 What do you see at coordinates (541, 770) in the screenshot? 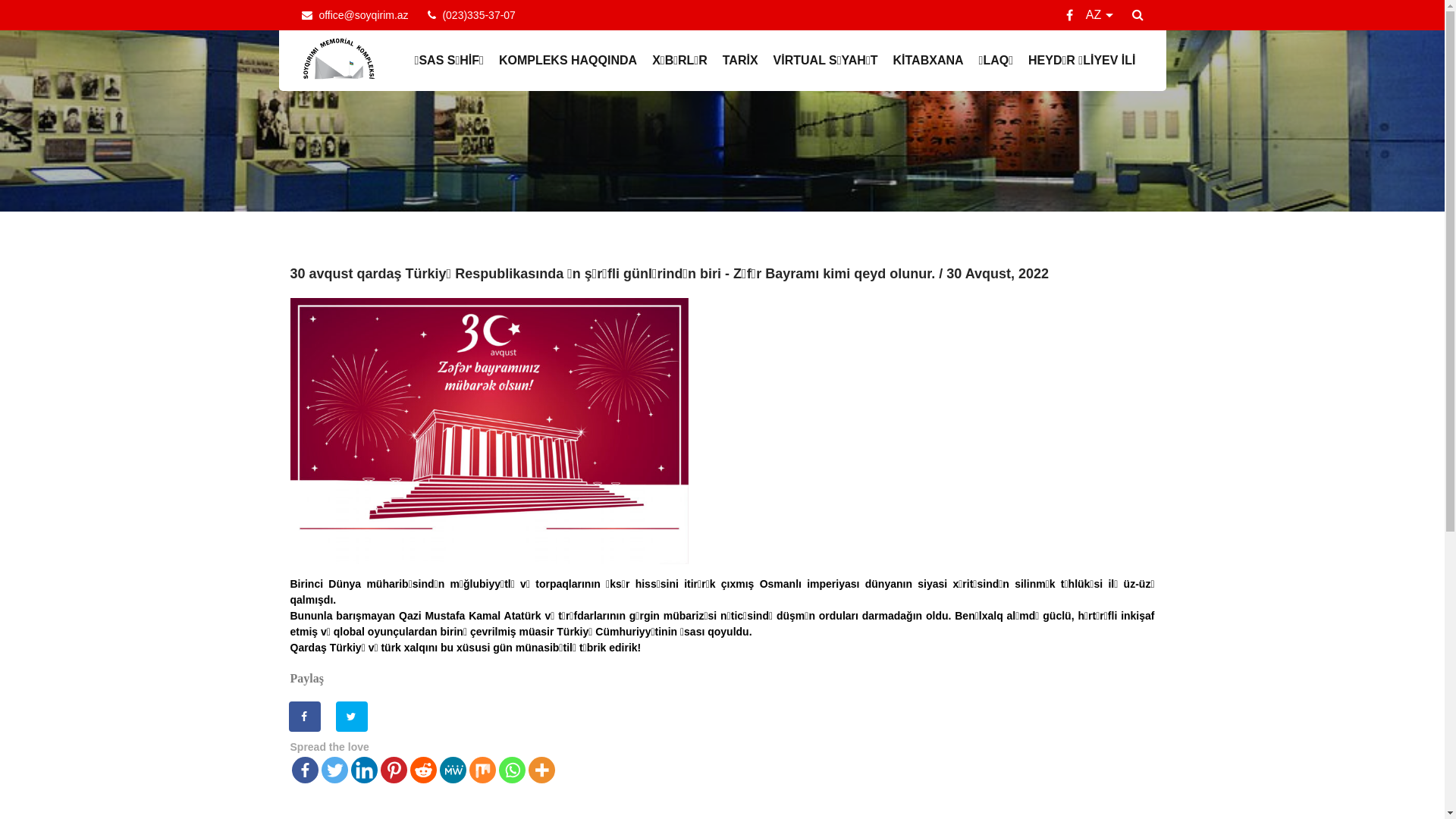
I see `'More'` at bounding box center [541, 770].